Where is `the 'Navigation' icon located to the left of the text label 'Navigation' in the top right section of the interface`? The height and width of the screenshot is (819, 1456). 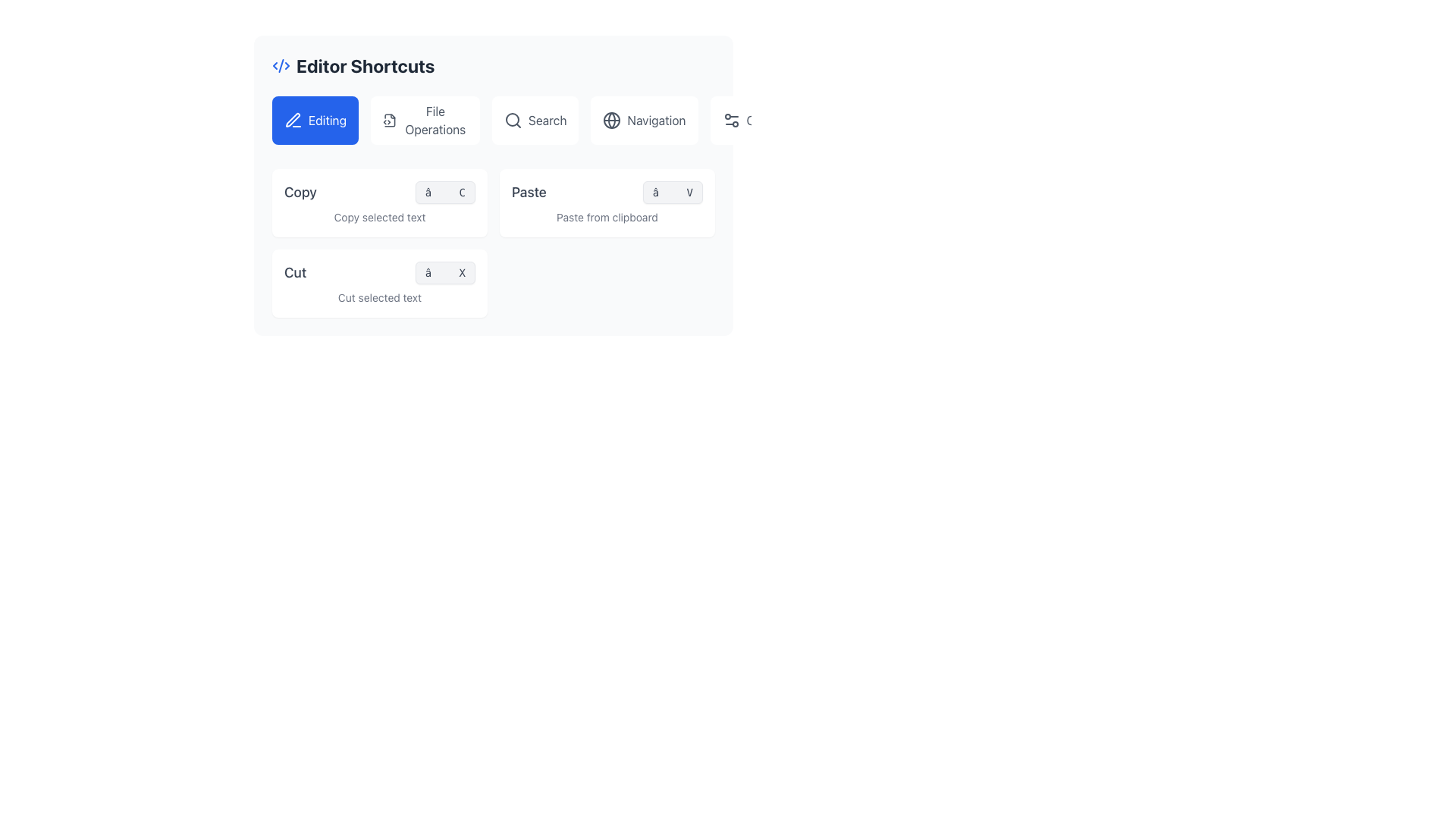
the 'Navigation' icon located to the left of the text label 'Navigation' in the top right section of the interface is located at coordinates (612, 119).